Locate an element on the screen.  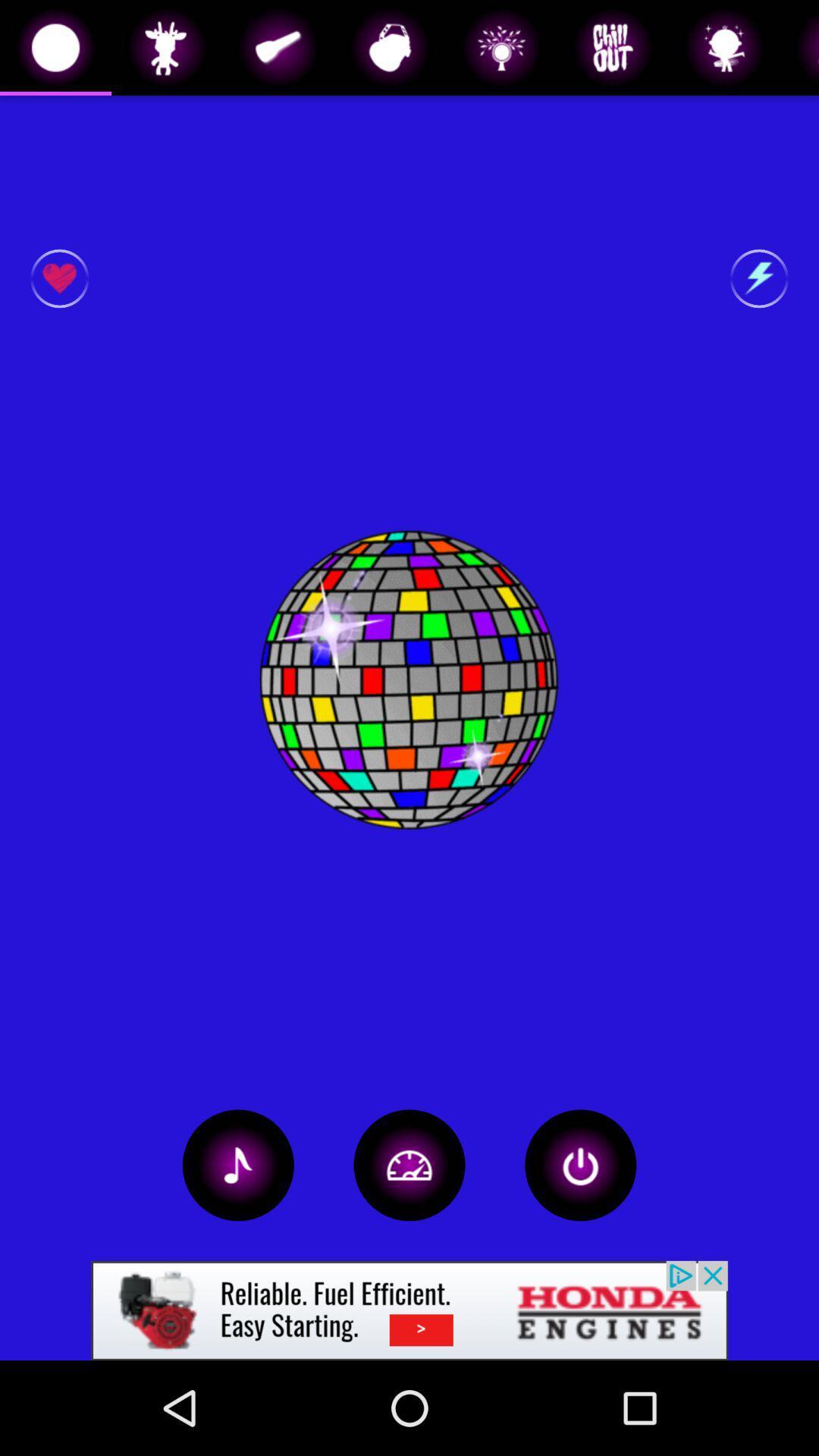
music is located at coordinates (238, 1164).